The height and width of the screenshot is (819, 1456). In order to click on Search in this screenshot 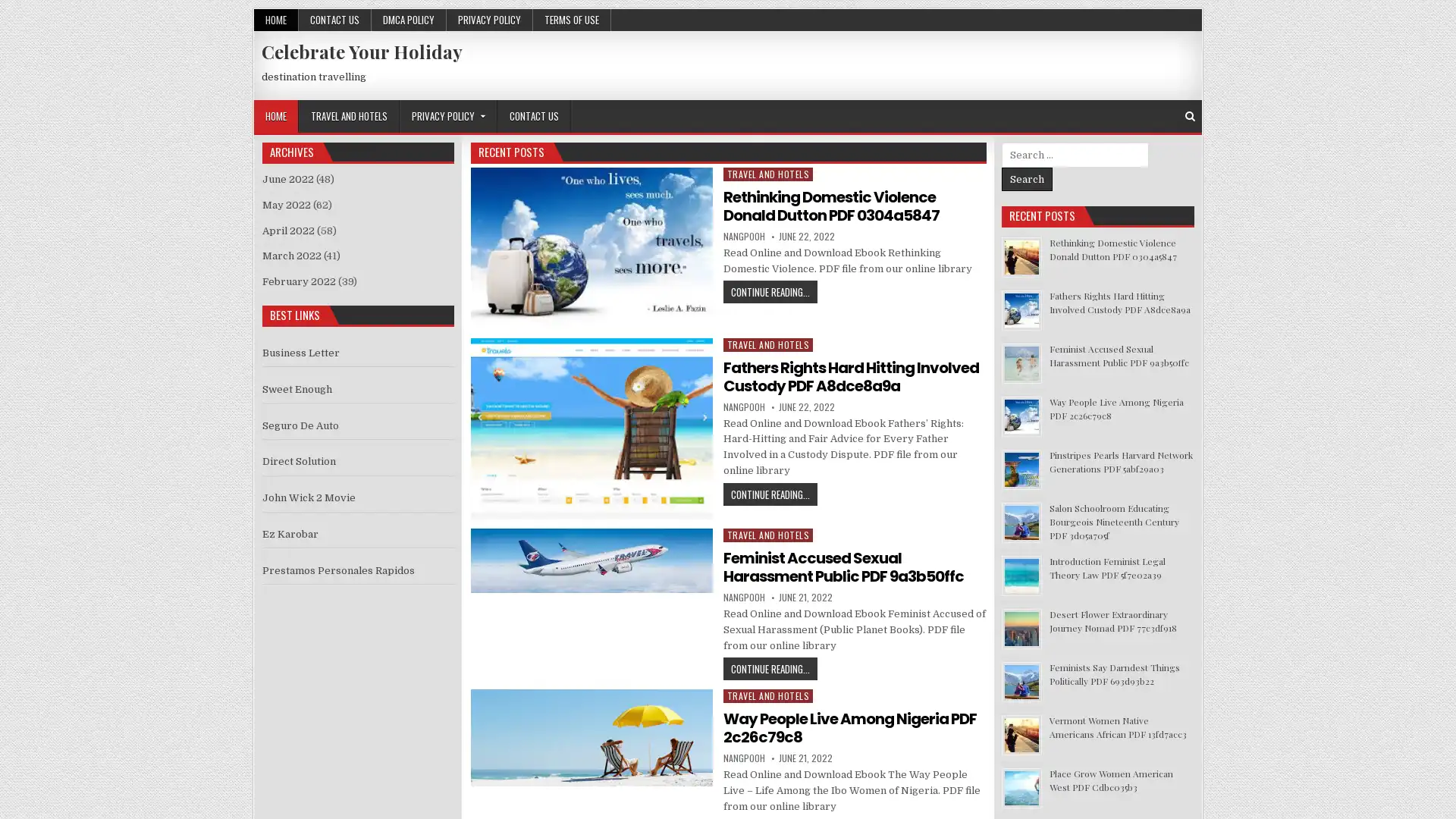, I will do `click(1027, 178)`.